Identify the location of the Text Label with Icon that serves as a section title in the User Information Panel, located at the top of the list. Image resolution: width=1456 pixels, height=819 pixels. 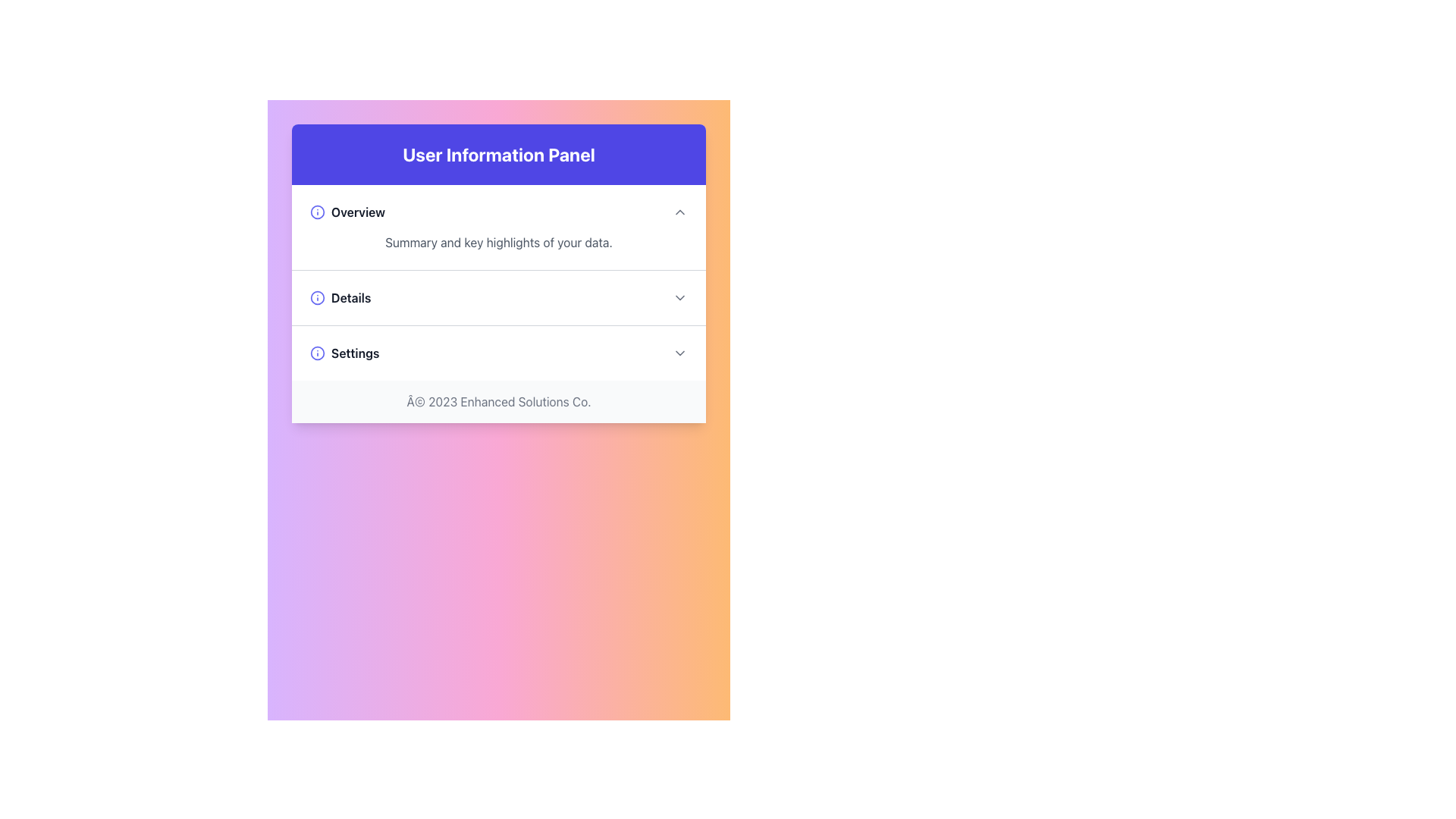
(347, 212).